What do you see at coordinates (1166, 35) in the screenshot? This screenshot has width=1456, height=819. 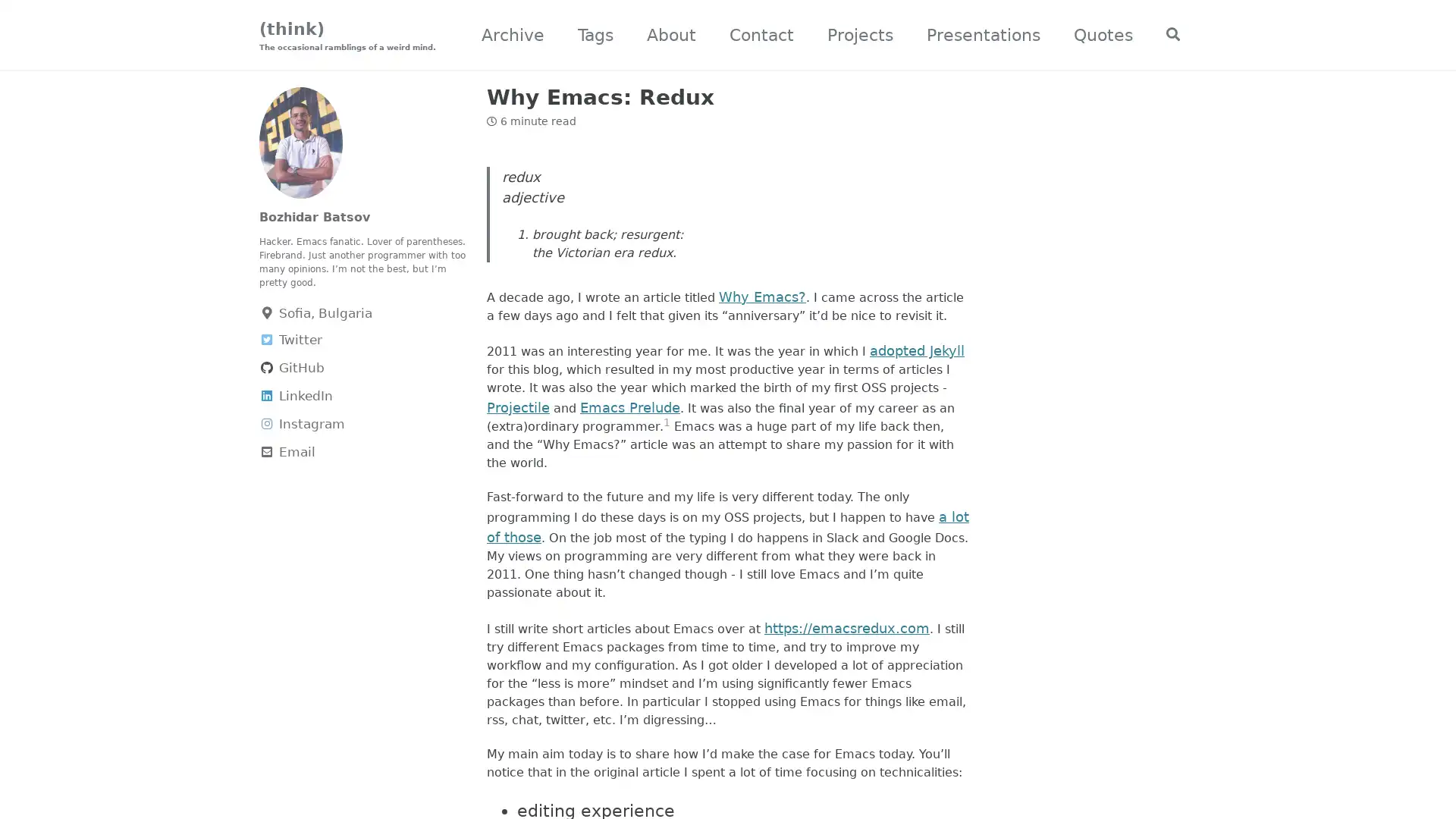 I see `Toggle search` at bounding box center [1166, 35].